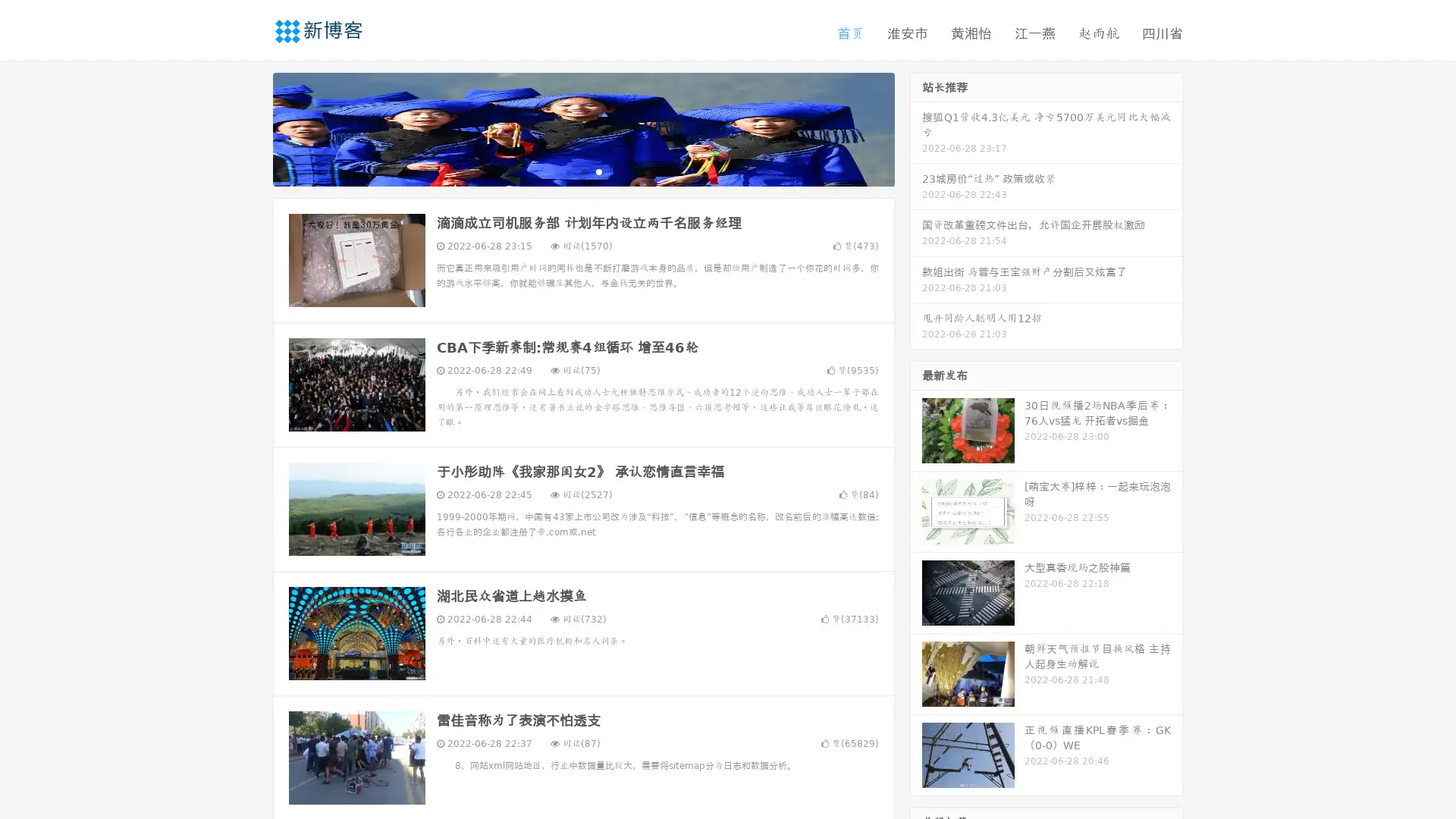 The image size is (1456, 819). What do you see at coordinates (250, 127) in the screenshot?
I see `Previous slide` at bounding box center [250, 127].